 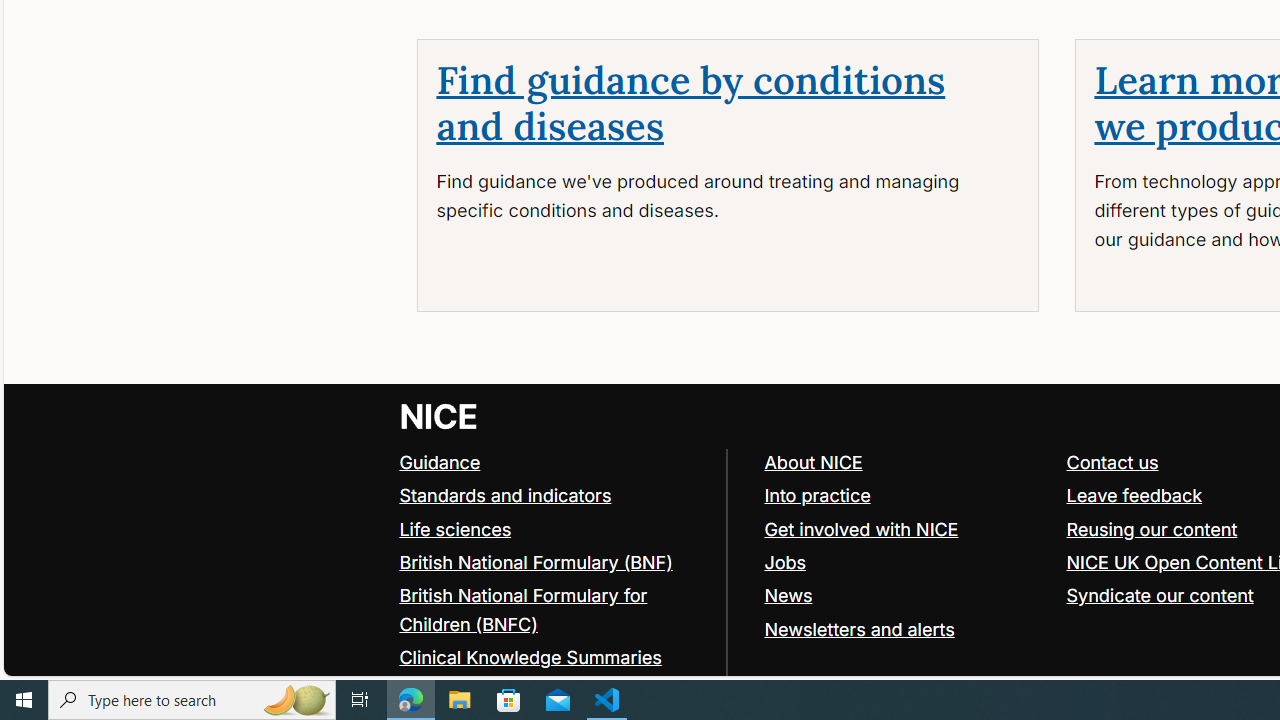 What do you see at coordinates (859, 627) in the screenshot?
I see `'Newsletters and alerts'` at bounding box center [859, 627].